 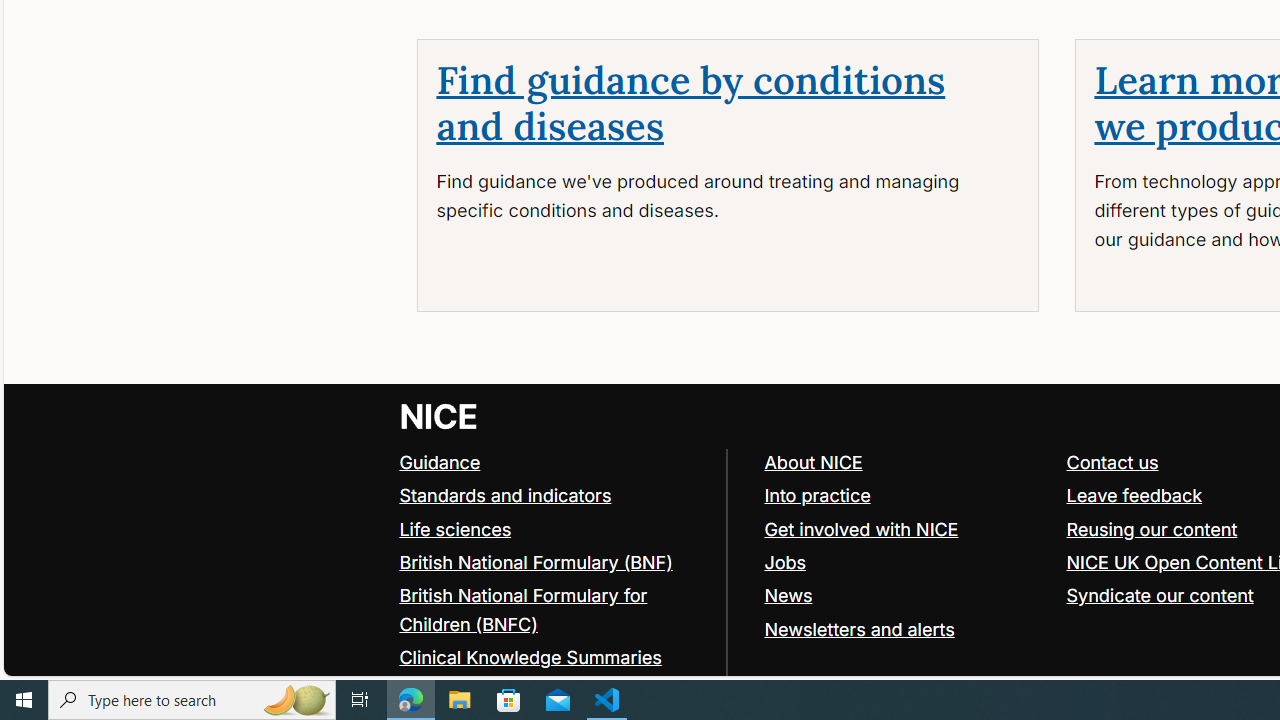 What do you see at coordinates (859, 627) in the screenshot?
I see `'Newsletters and alerts'` at bounding box center [859, 627].